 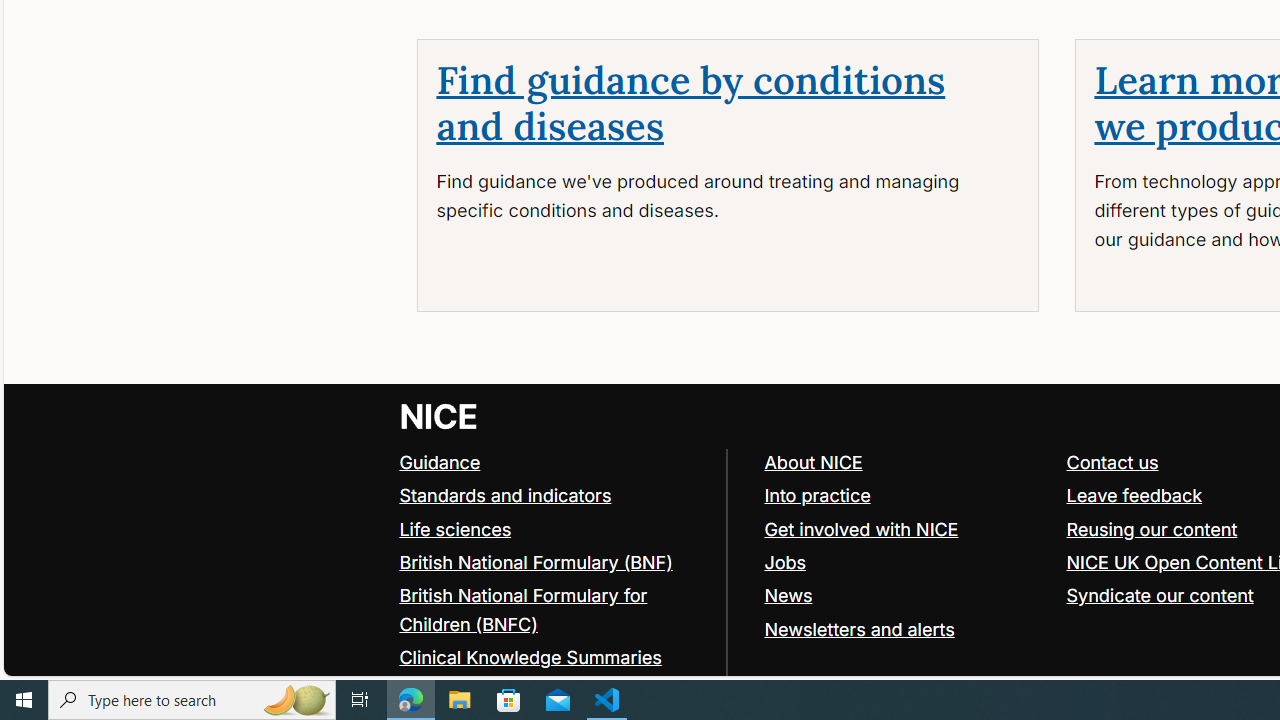 What do you see at coordinates (859, 627) in the screenshot?
I see `'Newsletters and alerts'` at bounding box center [859, 627].